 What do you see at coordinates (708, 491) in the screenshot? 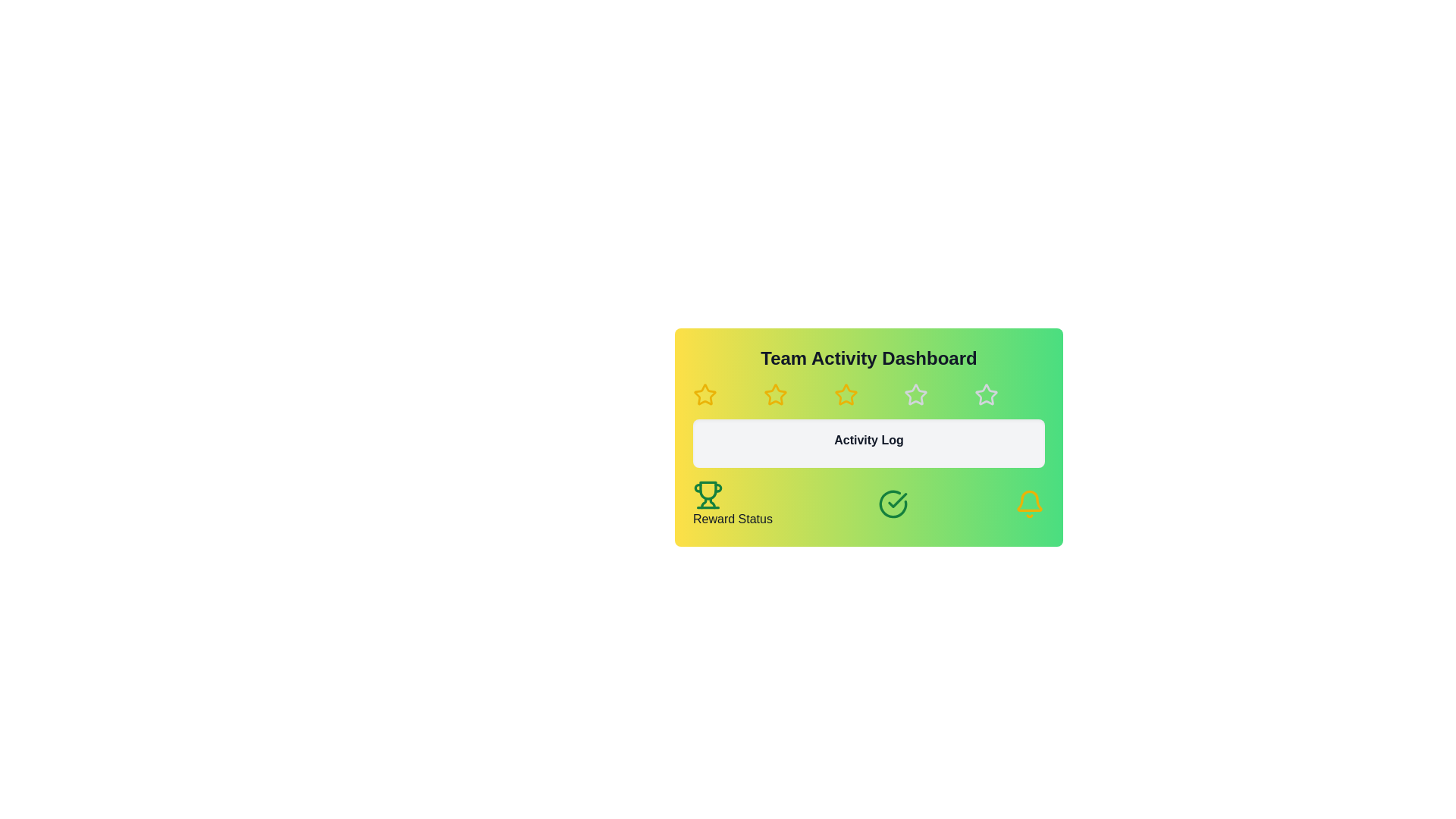
I see `the trophy icon located in the bottom-left corner of the 'Team Activity Dashboard', positioned near the 'Reward Status' label` at bounding box center [708, 491].